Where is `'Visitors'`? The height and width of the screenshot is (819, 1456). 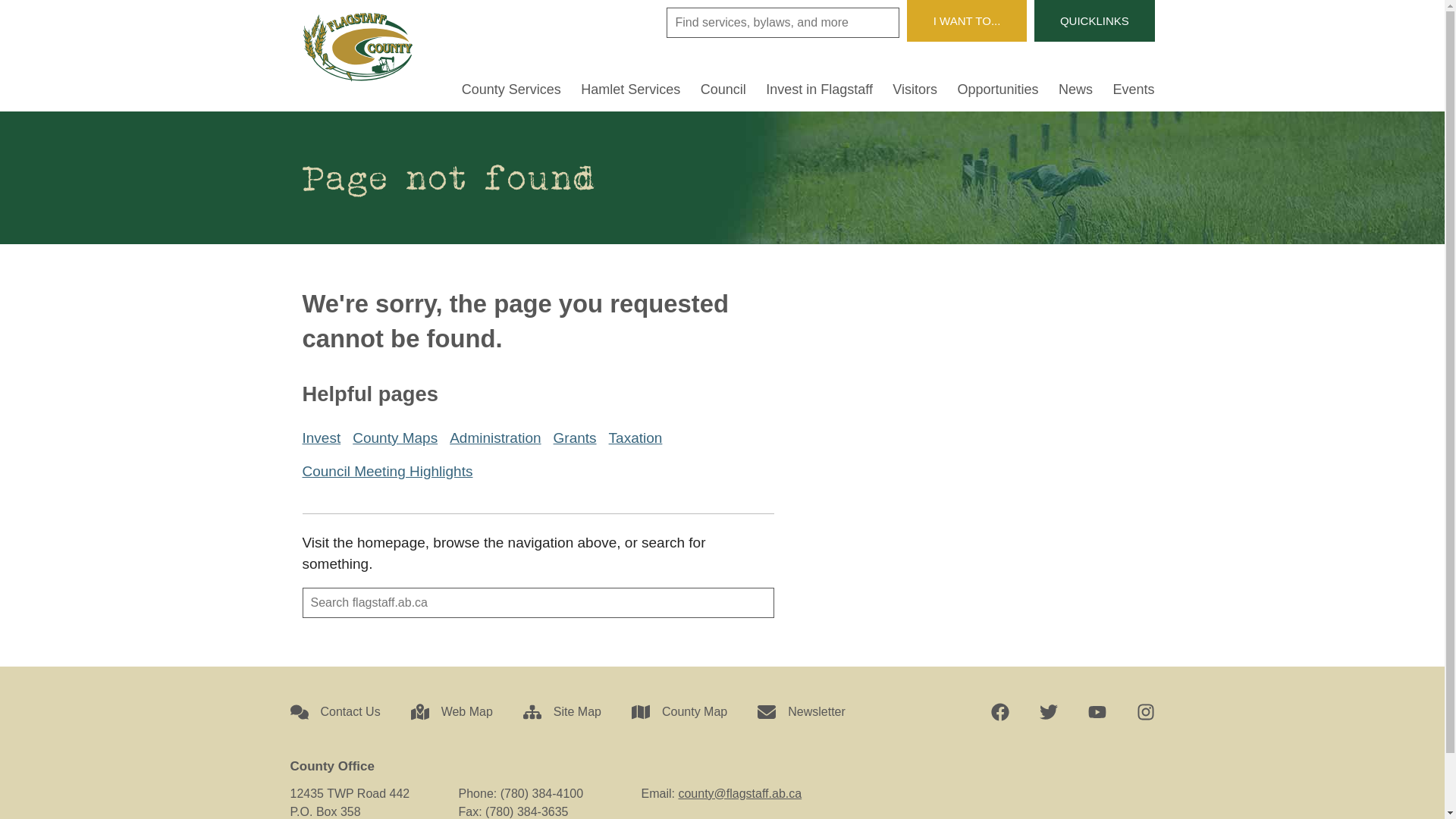
'Visitors' is located at coordinates (914, 93).